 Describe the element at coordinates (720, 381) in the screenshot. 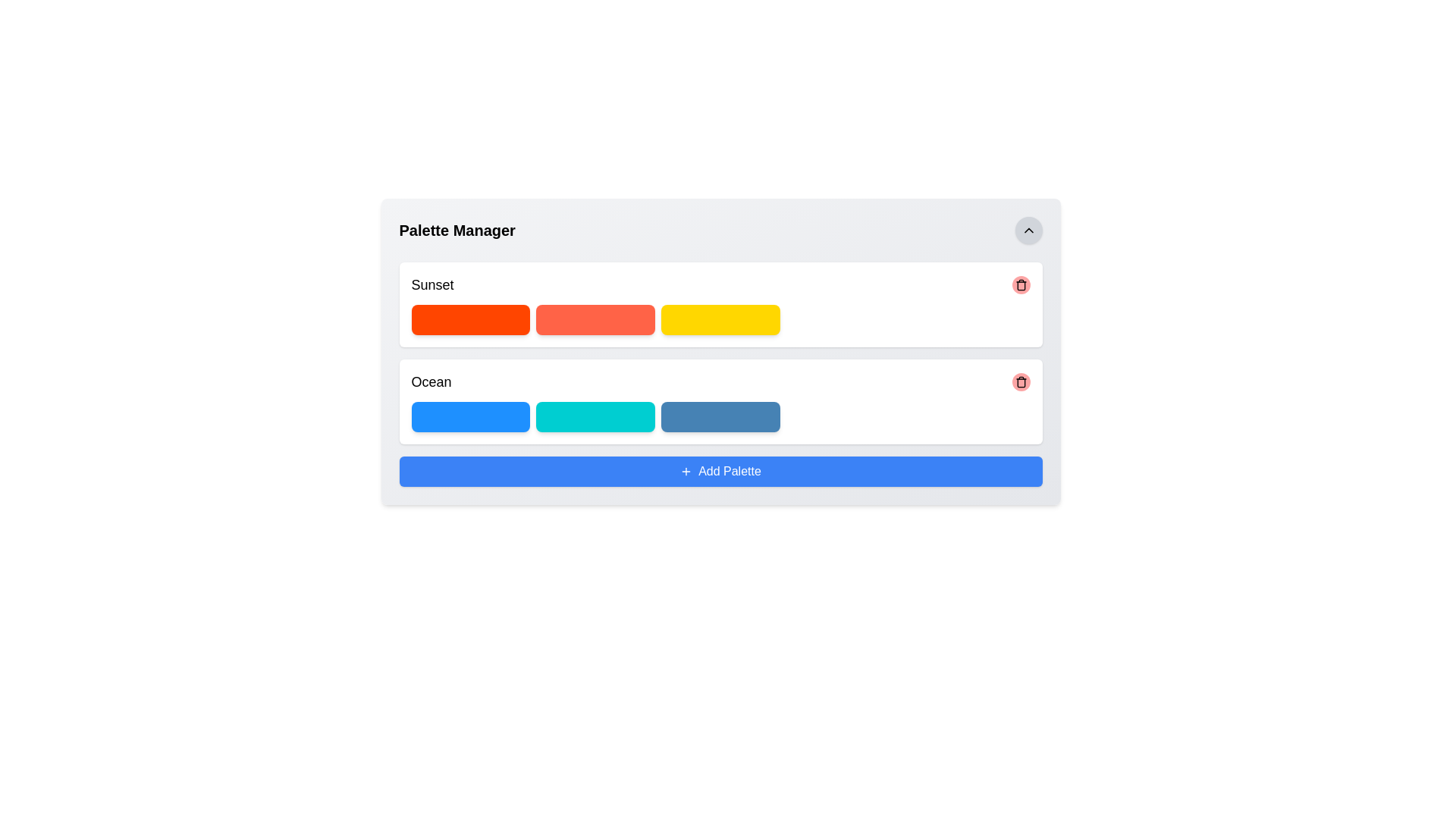

I see `the second row in the palette manager interface named 'Ocean'` at that location.